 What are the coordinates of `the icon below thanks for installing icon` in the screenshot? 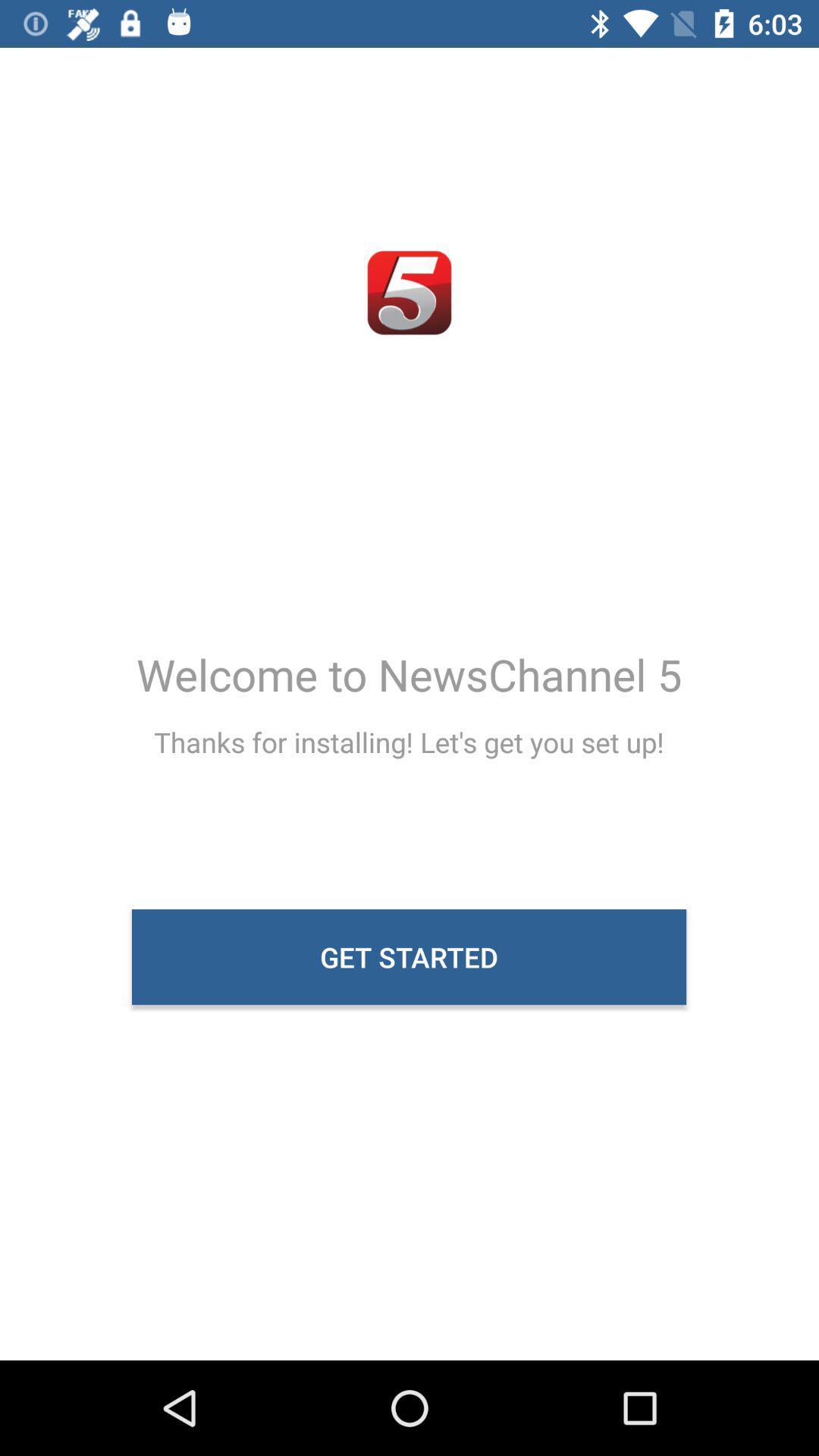 It's located at (408, 956).